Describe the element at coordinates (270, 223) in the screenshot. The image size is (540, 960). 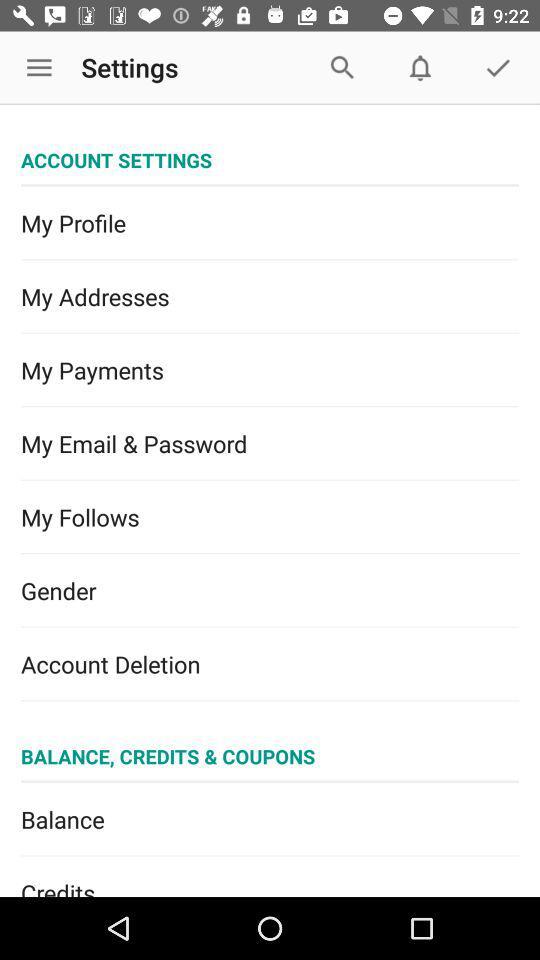
I see `my profile item` at that location.